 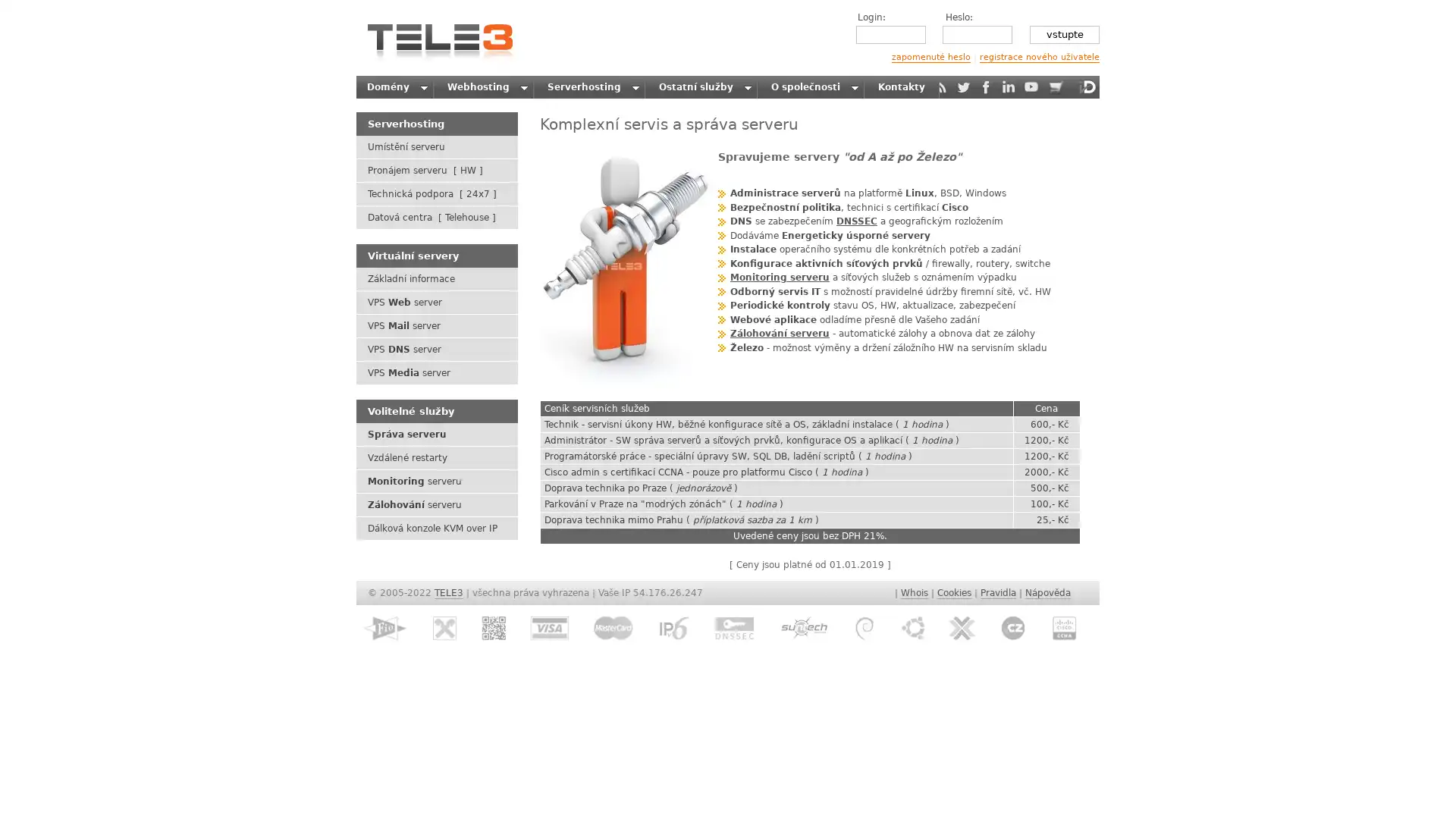 I want to click on vstupte, so click(x=1063, y=34).